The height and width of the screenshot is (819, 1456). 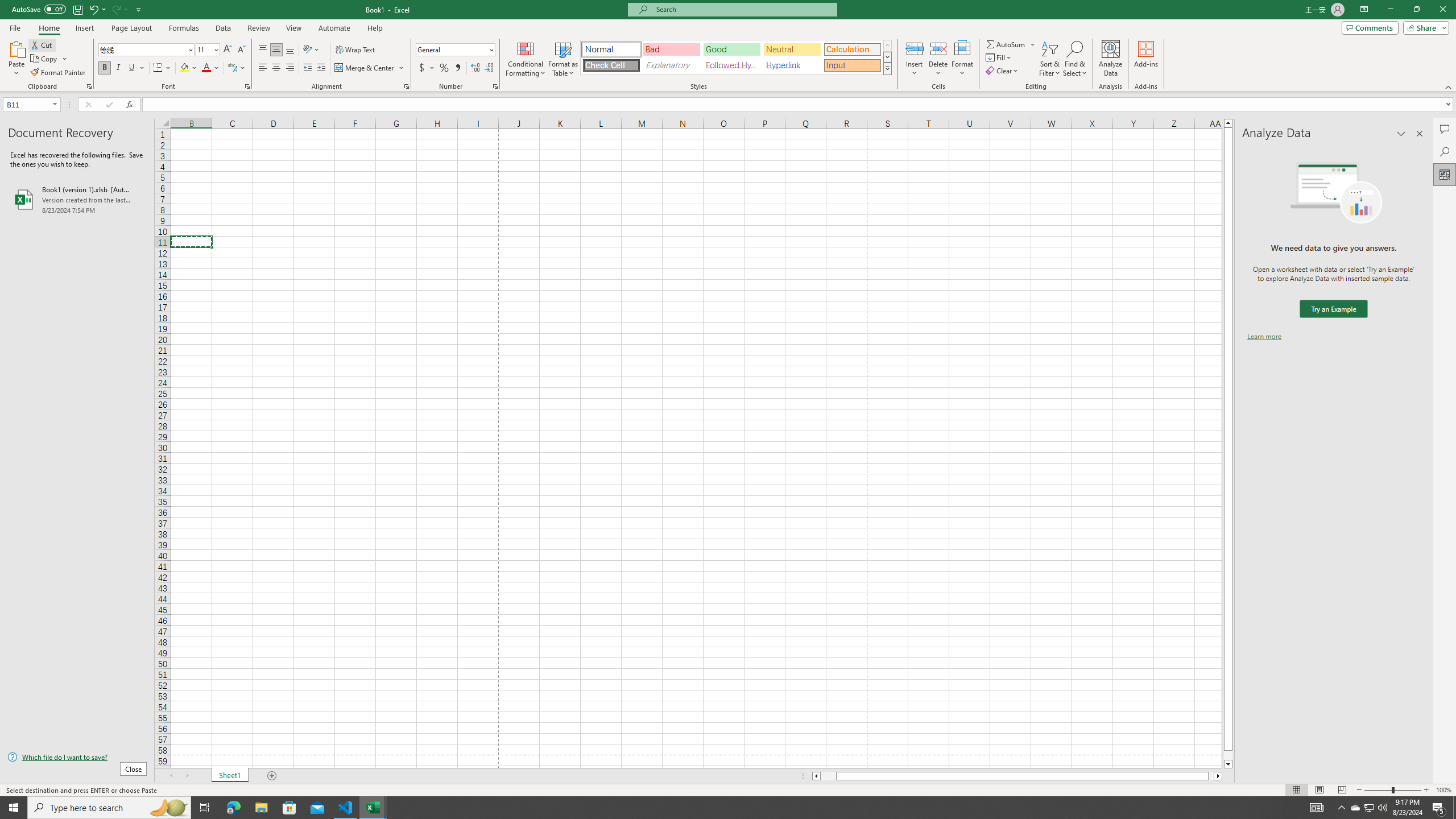 I want to click on 'Font Color', so click(x=210, y=67).